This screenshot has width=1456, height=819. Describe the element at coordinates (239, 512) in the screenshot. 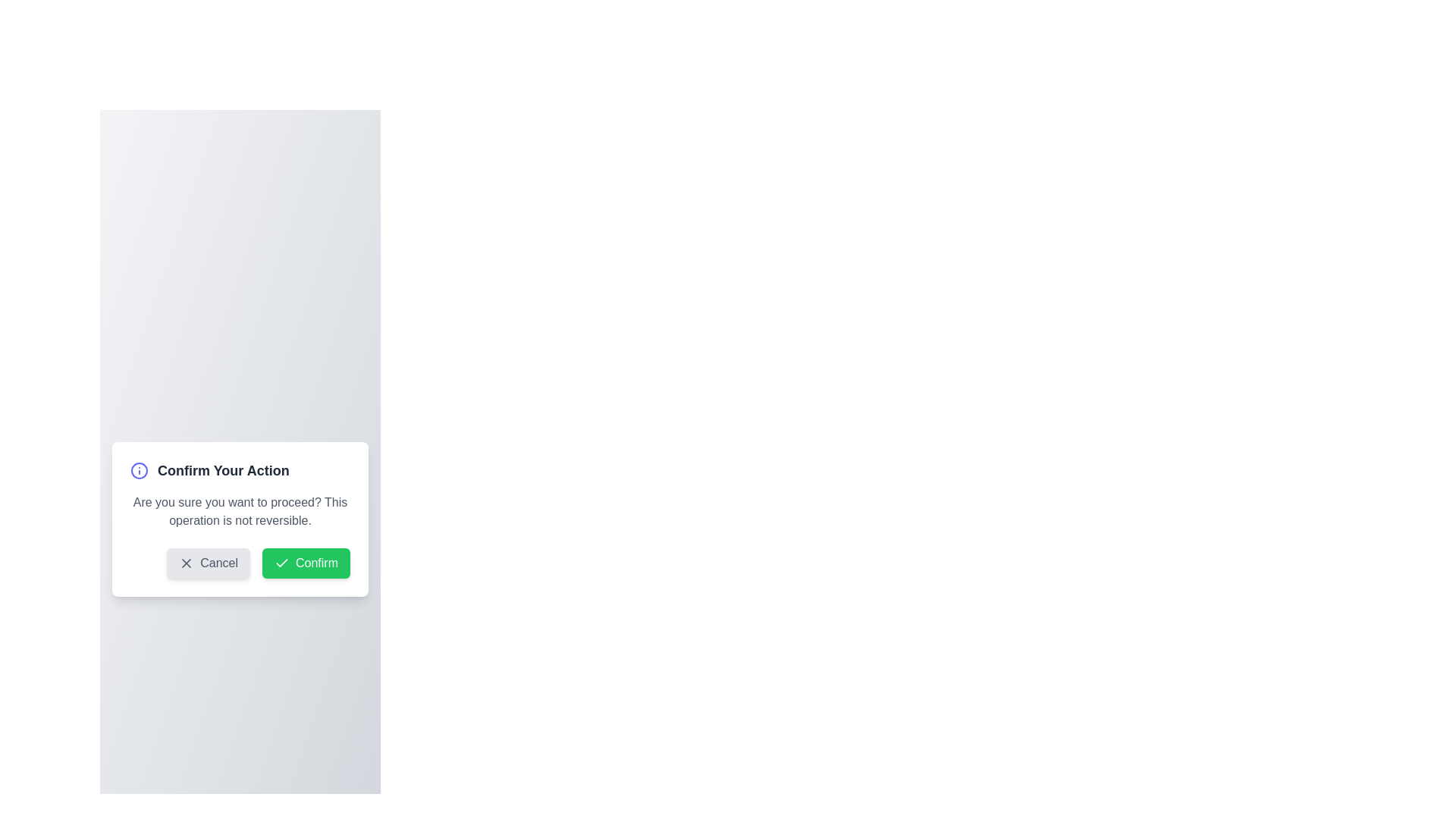

I see `the text block displaying the message 'Are you sure you want to proceed? This operation is not reversible.' within the light-themed dialog box` at that location.